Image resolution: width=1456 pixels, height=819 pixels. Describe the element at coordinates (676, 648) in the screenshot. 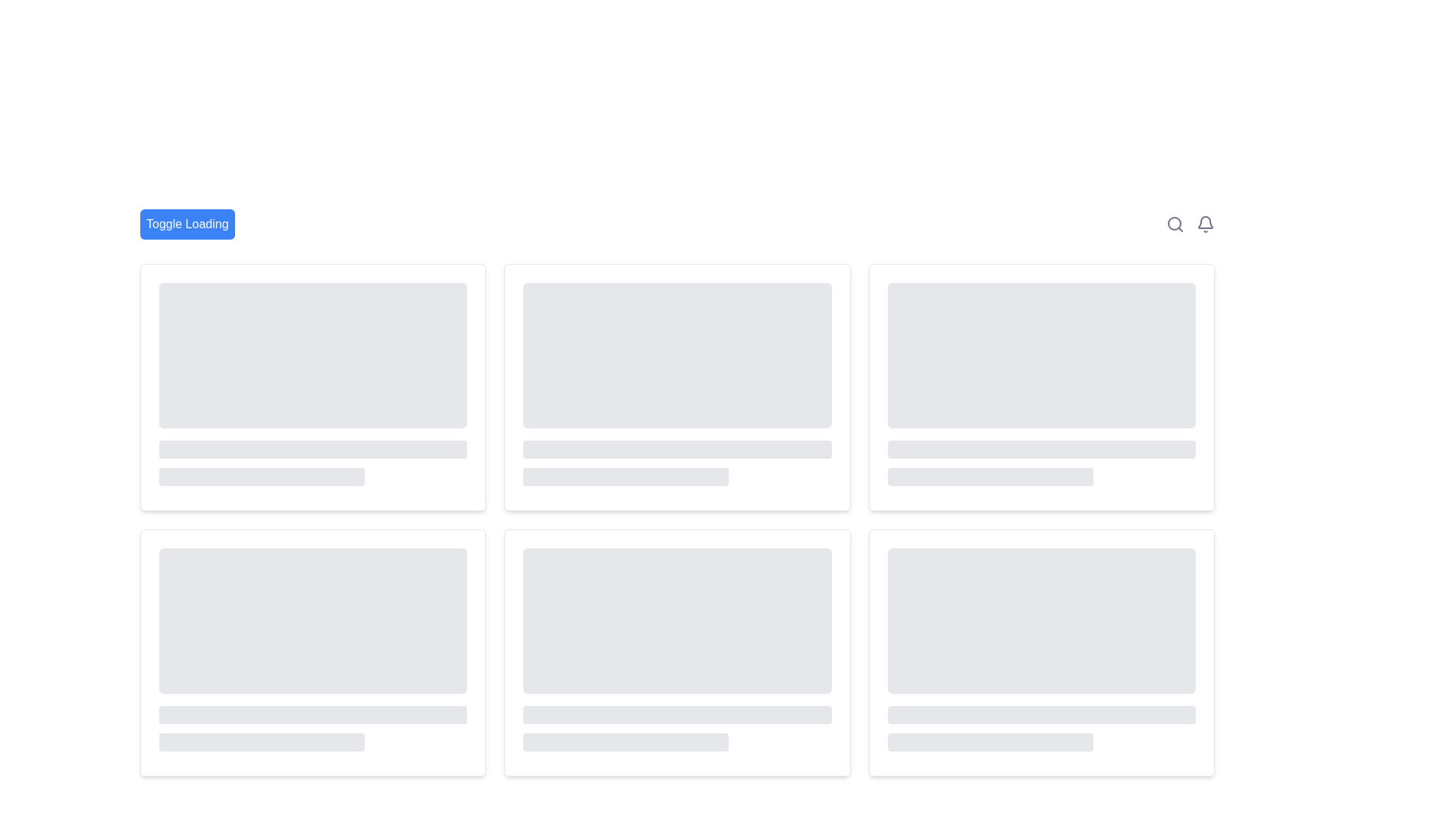

I see `the loading animation in the gray rectangular placeholder located in the third column of the second row of cards` at that location.